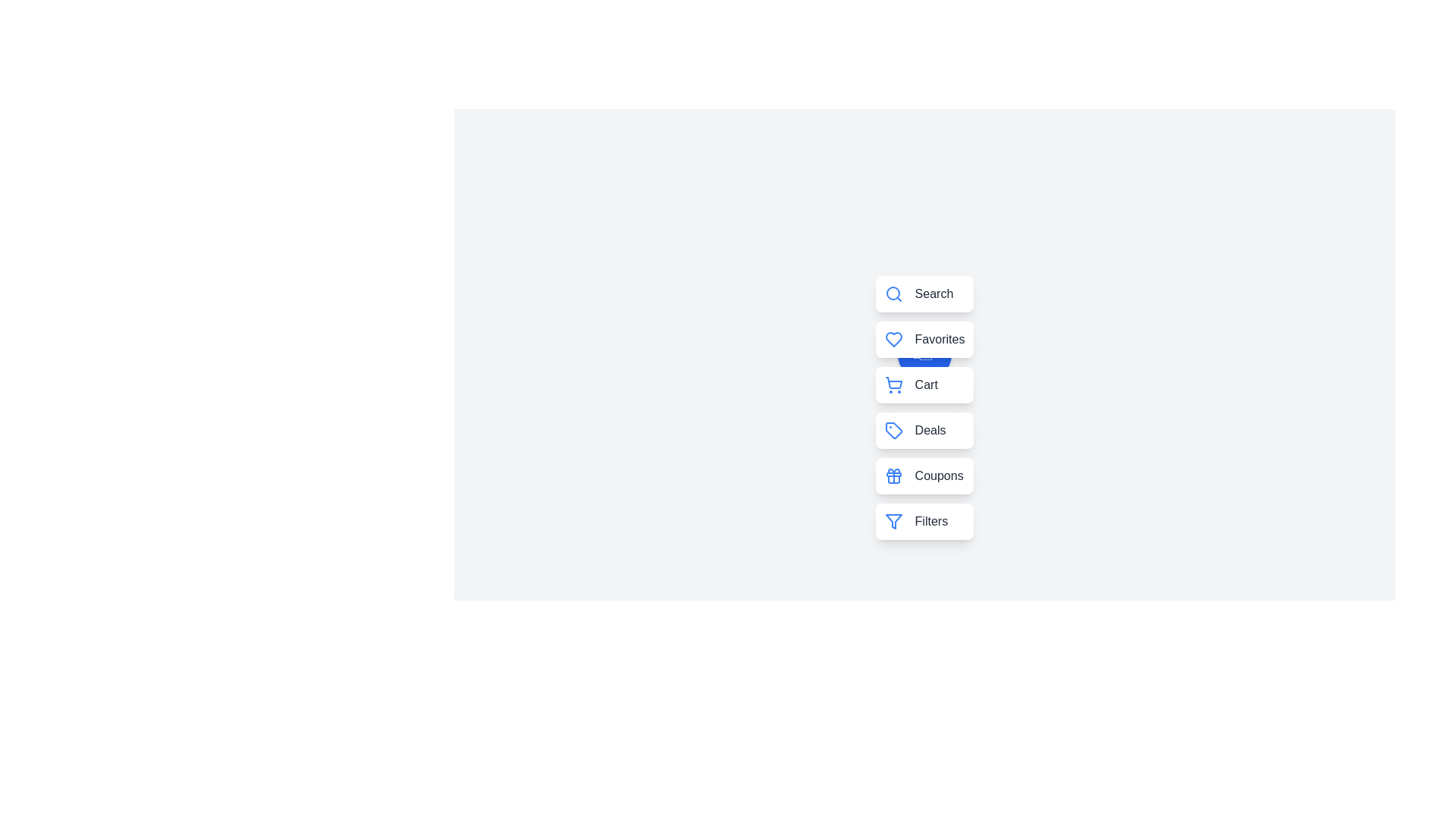 Image resolution: width=1456 pixels, height=819 pixels. What do you see at coordinates (925, 384) in the screenshot?
I see `the label indicating the user's cart or shopping basket functionality, which is the third item in the vertical list of buttons below 'Favorites' and above 'Deals'` at bounding box center [925, 384].